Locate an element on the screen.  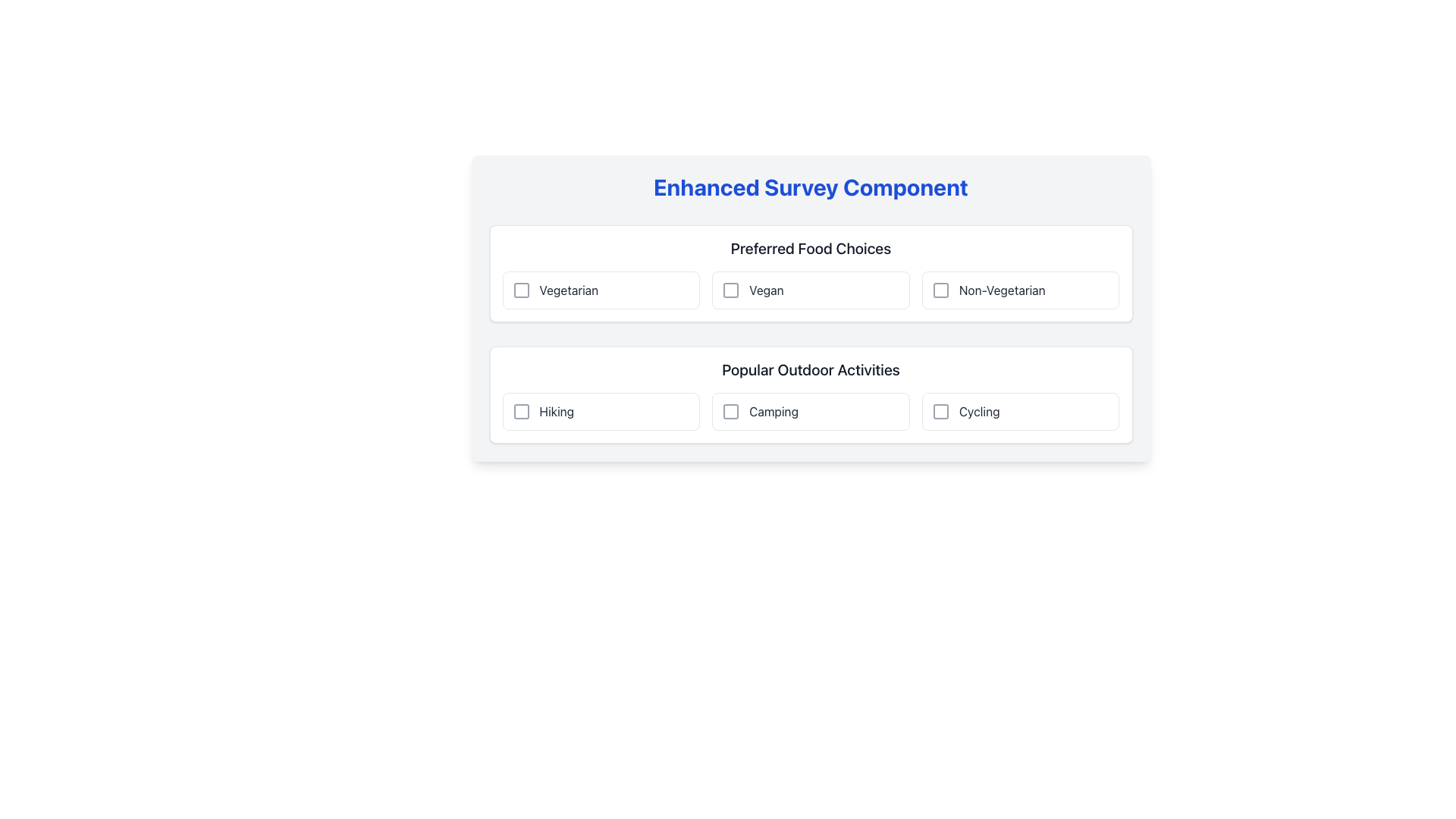
the 'Non-Vegetarian' checkbox in the 'Preferred Food Choices' section is located at coordinates (940, 290).